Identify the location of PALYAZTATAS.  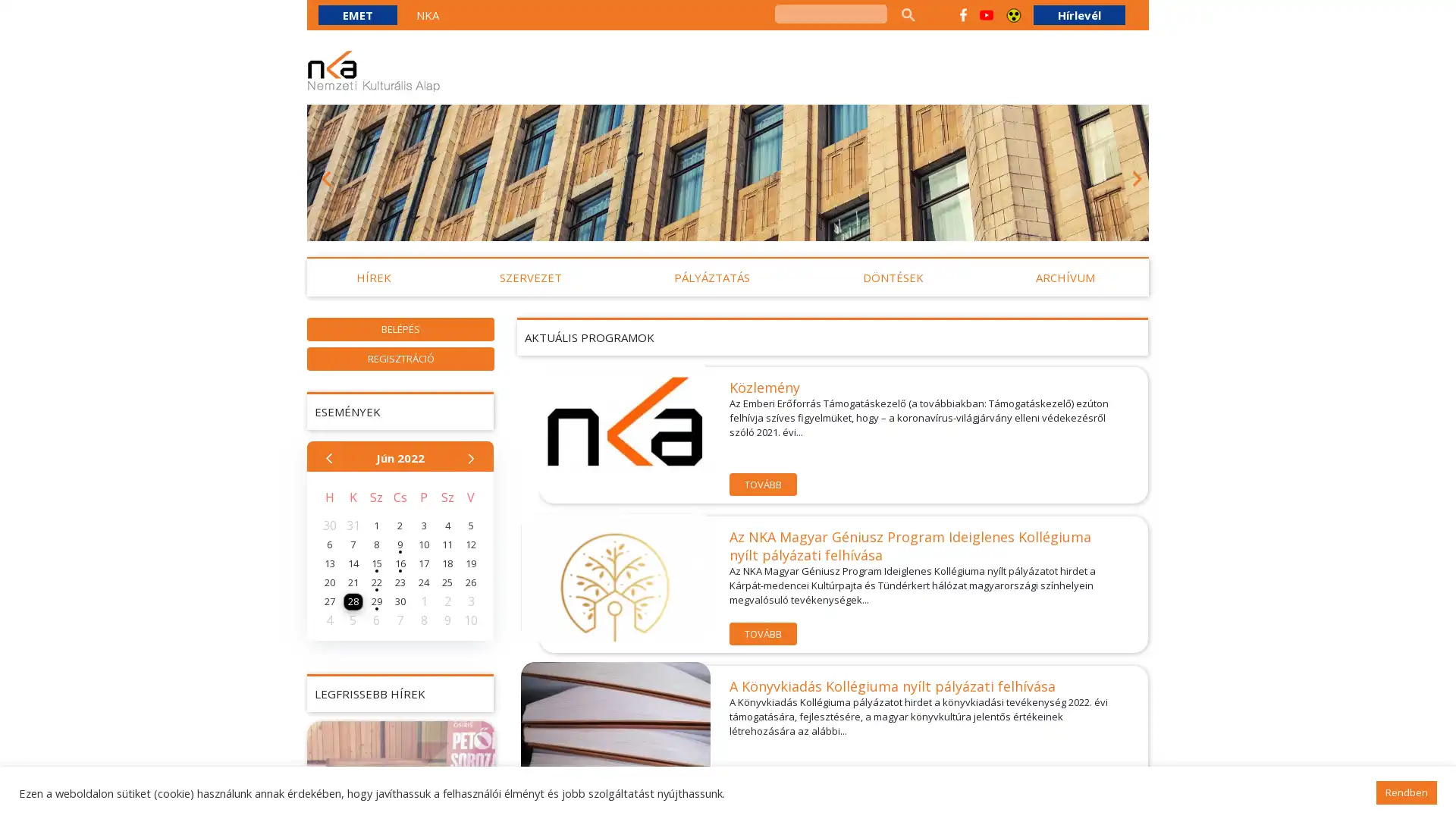
(711, 278).